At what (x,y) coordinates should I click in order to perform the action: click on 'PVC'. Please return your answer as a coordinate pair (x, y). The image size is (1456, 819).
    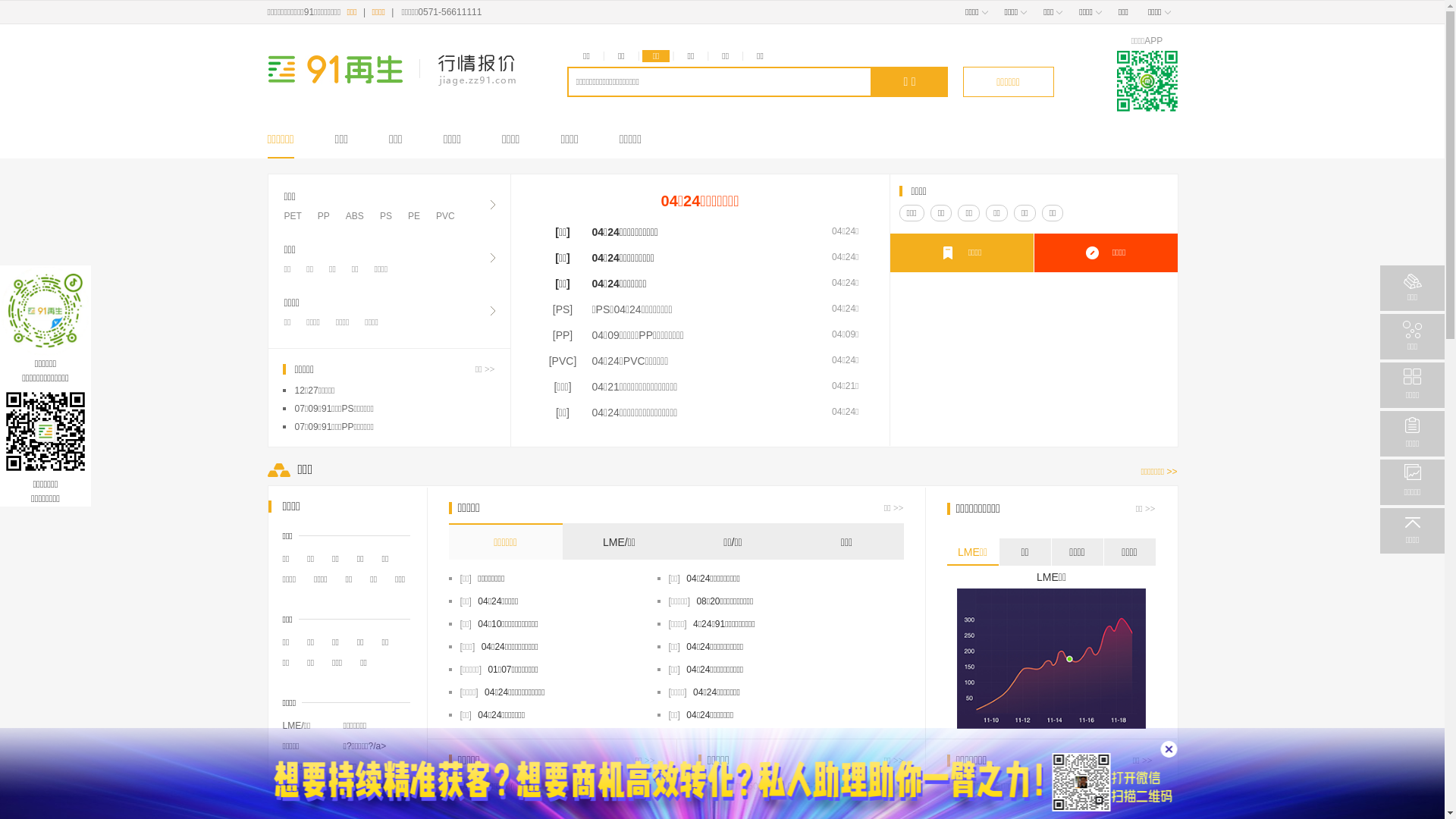
    Looking at the image, I should click on (444, 216).